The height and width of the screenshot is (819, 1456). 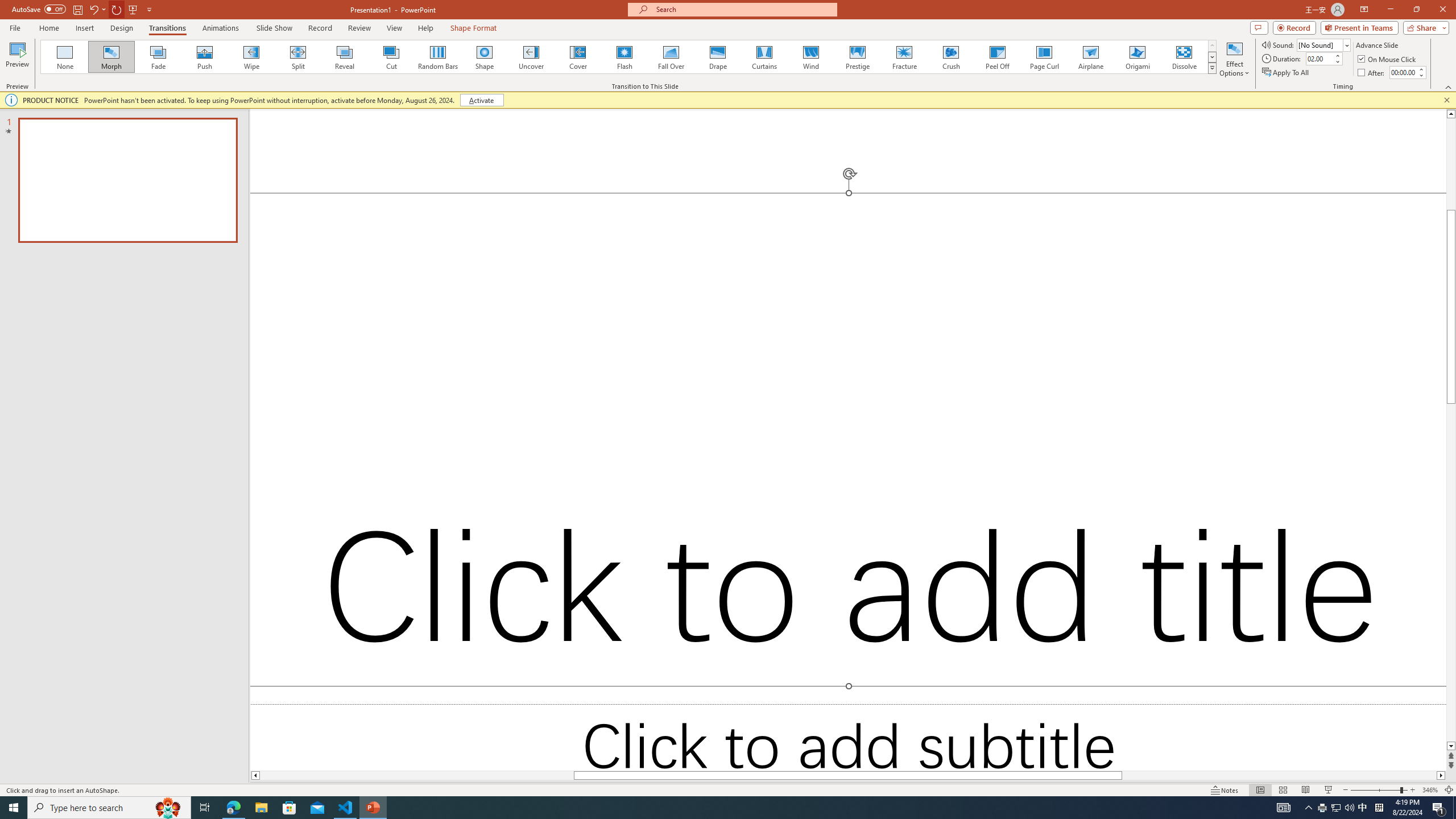 I want to click on 'After', so click(x=1403, y=72).